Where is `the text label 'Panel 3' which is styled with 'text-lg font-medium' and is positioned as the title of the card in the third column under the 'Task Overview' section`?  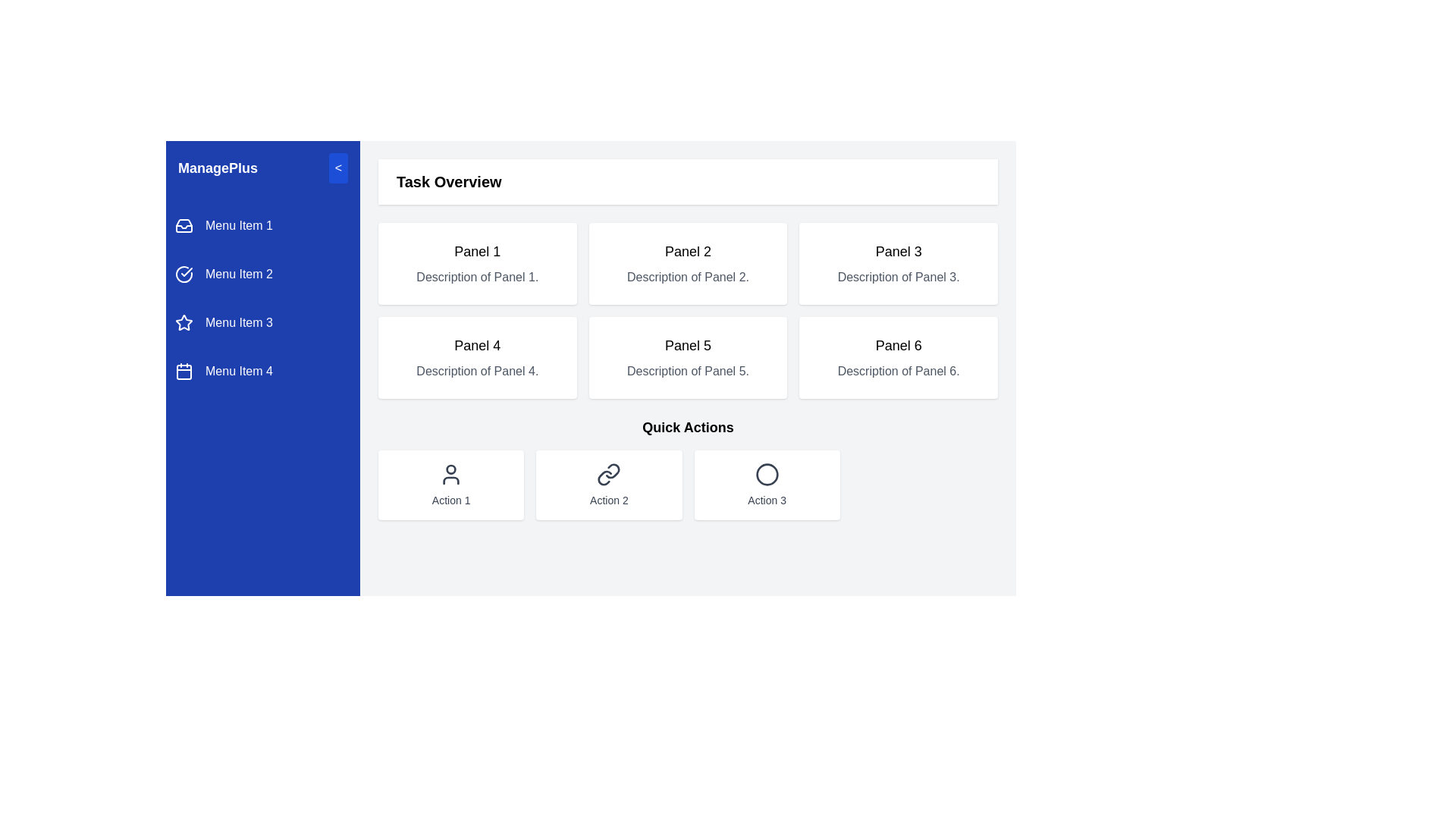
the text label 'Panel 3' which is styled with 'text-lg font-medium' and is positioned as the title of the card in the third column under the 'Task Overview' section is located at coordinates (899, 250).